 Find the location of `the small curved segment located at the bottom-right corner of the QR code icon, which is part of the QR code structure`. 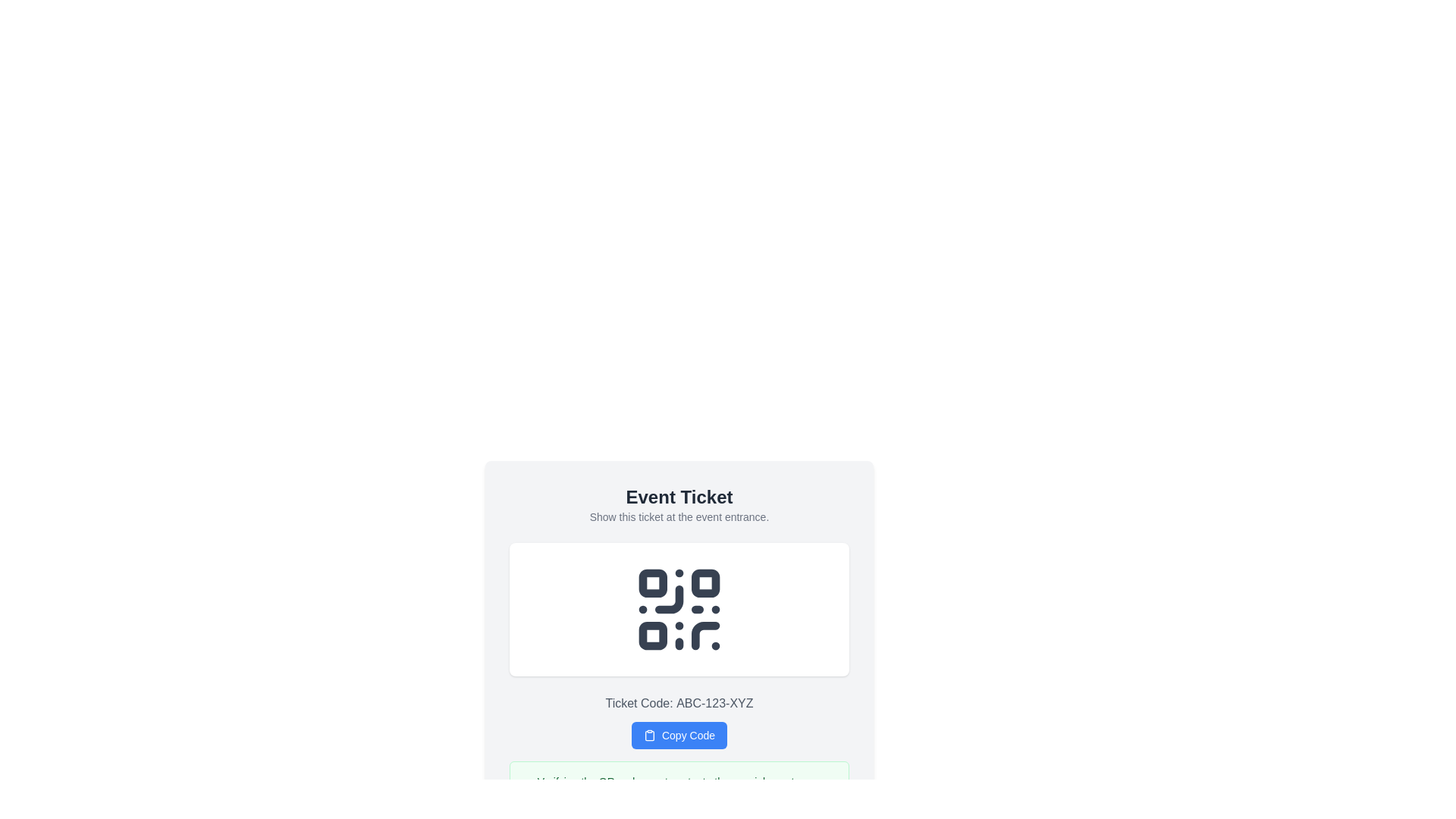

the small curved segment located at the bottom-right corner of the QR code icon, which is part of the QR code structure is located at coordinates (704, 635).